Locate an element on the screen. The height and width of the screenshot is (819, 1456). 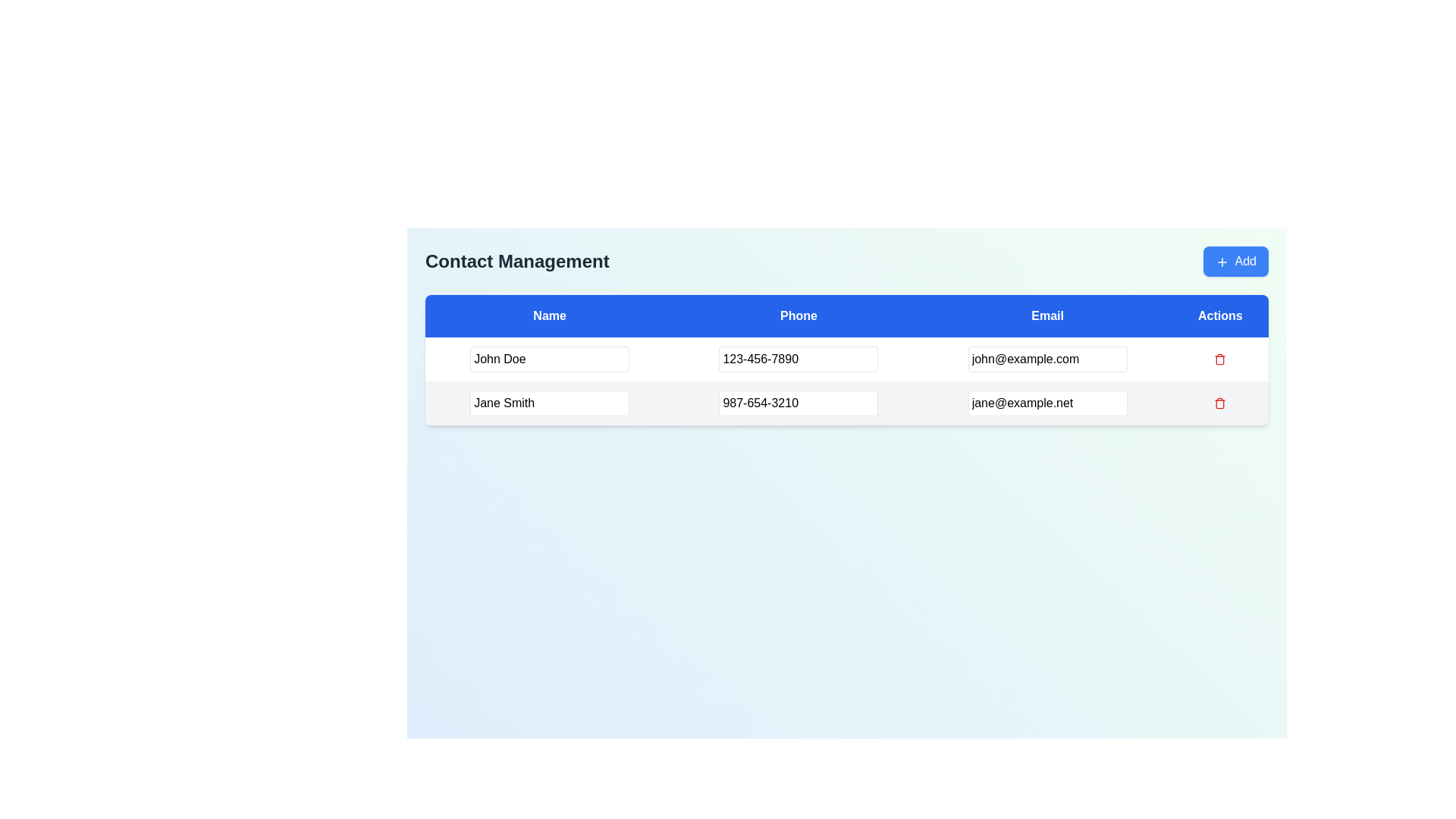
the text input field labeled with the placeholder 'Enter Email', which currently contains the value 'jane@example.net' is located at coordinates (1046, 403).